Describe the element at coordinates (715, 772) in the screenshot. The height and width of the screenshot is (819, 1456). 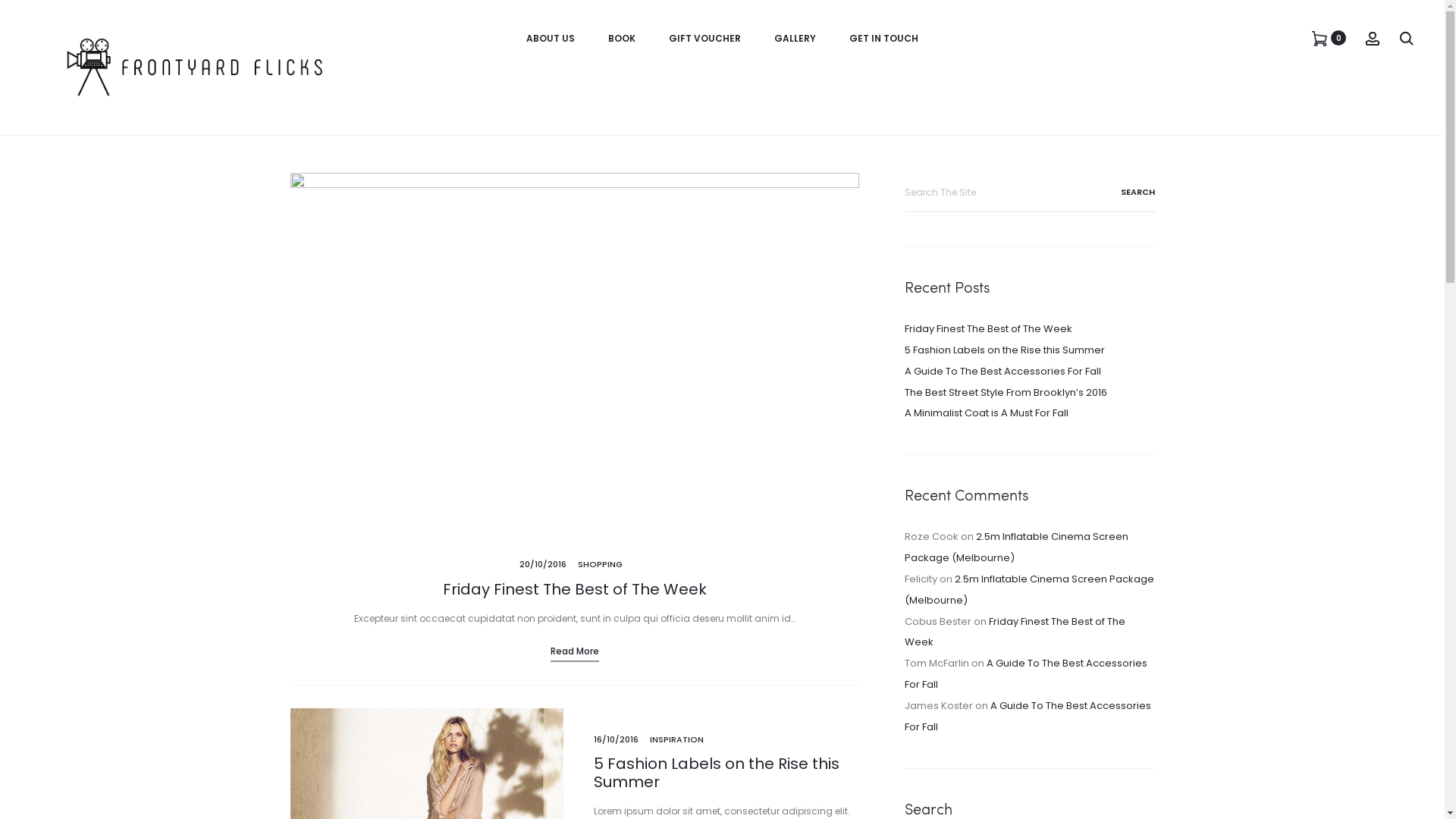
I see `'5 Fashion Labels on the Rise this Summer'` at that location.